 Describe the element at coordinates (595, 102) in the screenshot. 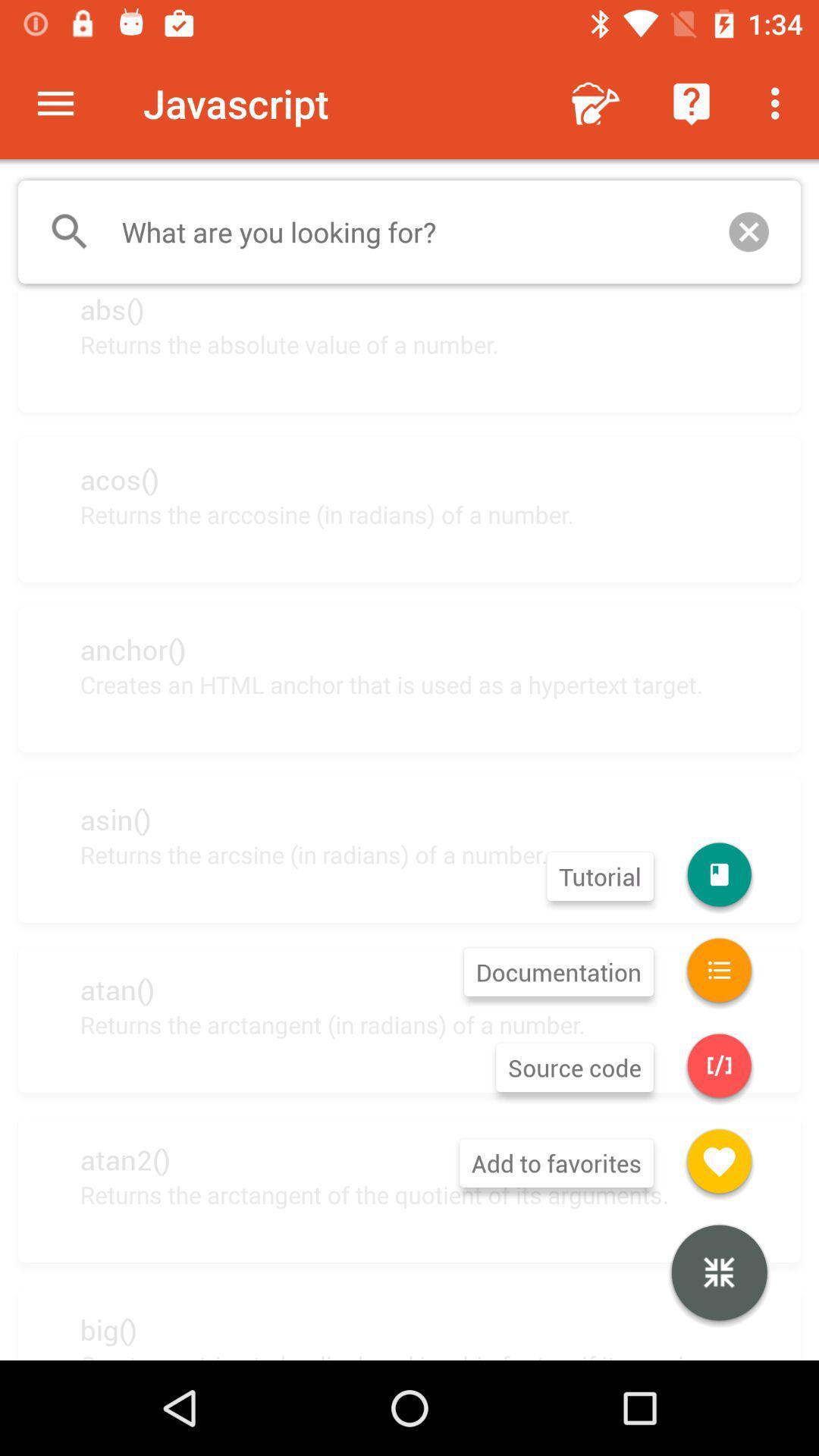

I see `the app to the right of javascript app` at that location.